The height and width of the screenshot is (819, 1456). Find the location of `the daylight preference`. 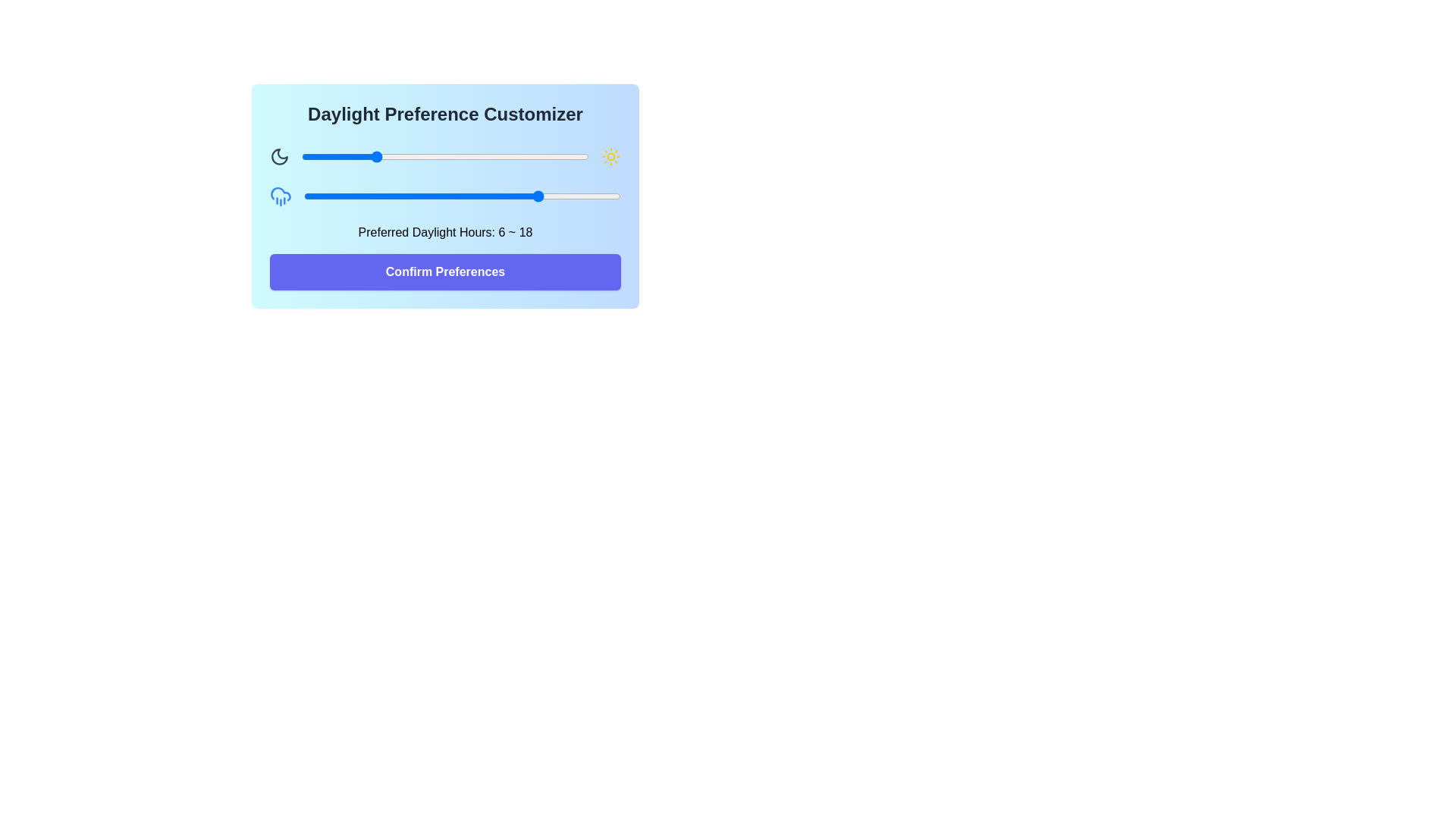

the daylight preference is located at coordinates (329, 195).